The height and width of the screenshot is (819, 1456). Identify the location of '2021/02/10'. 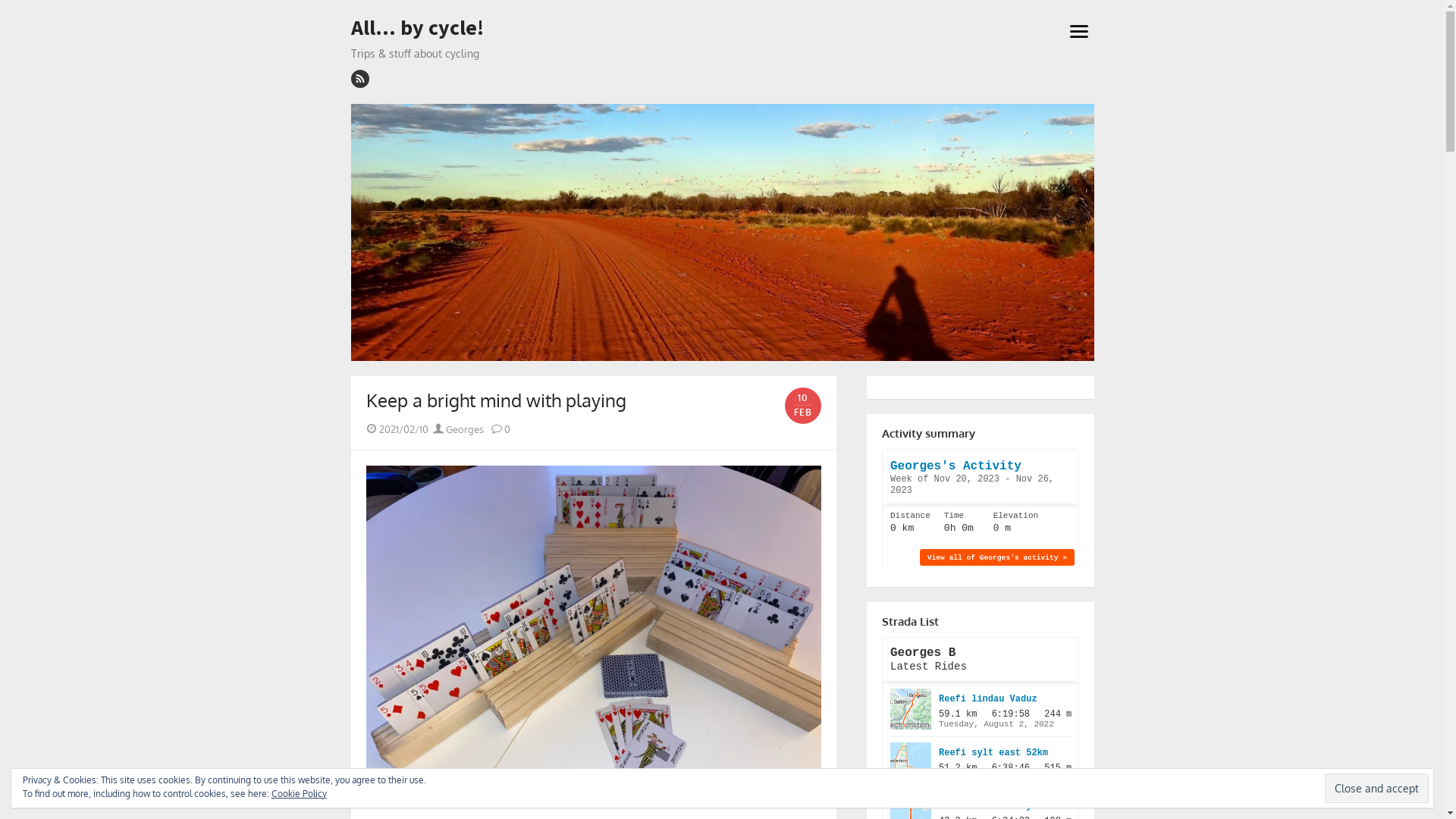
(403, 429).